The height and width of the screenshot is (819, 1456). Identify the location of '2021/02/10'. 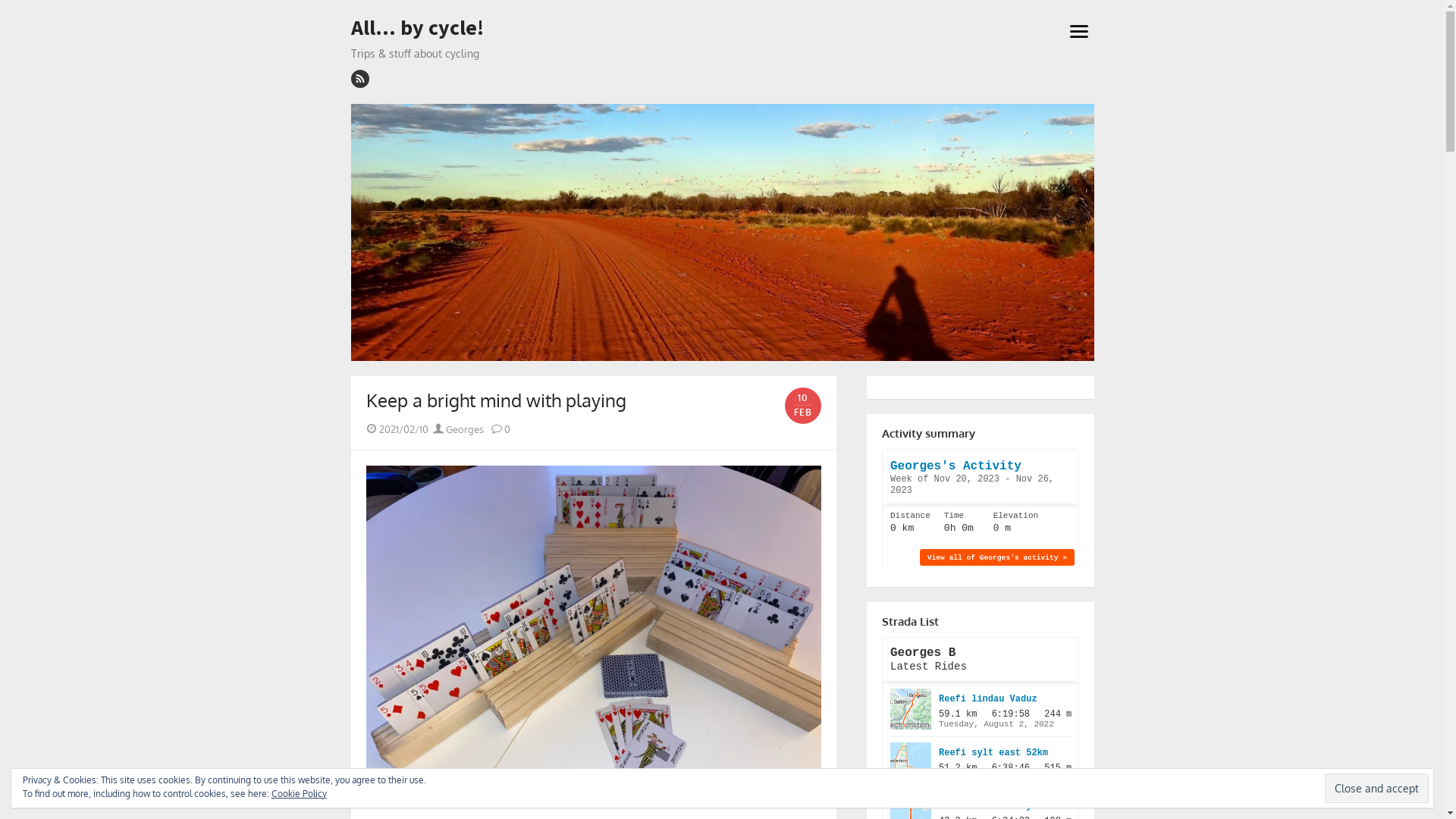
(403, 429).